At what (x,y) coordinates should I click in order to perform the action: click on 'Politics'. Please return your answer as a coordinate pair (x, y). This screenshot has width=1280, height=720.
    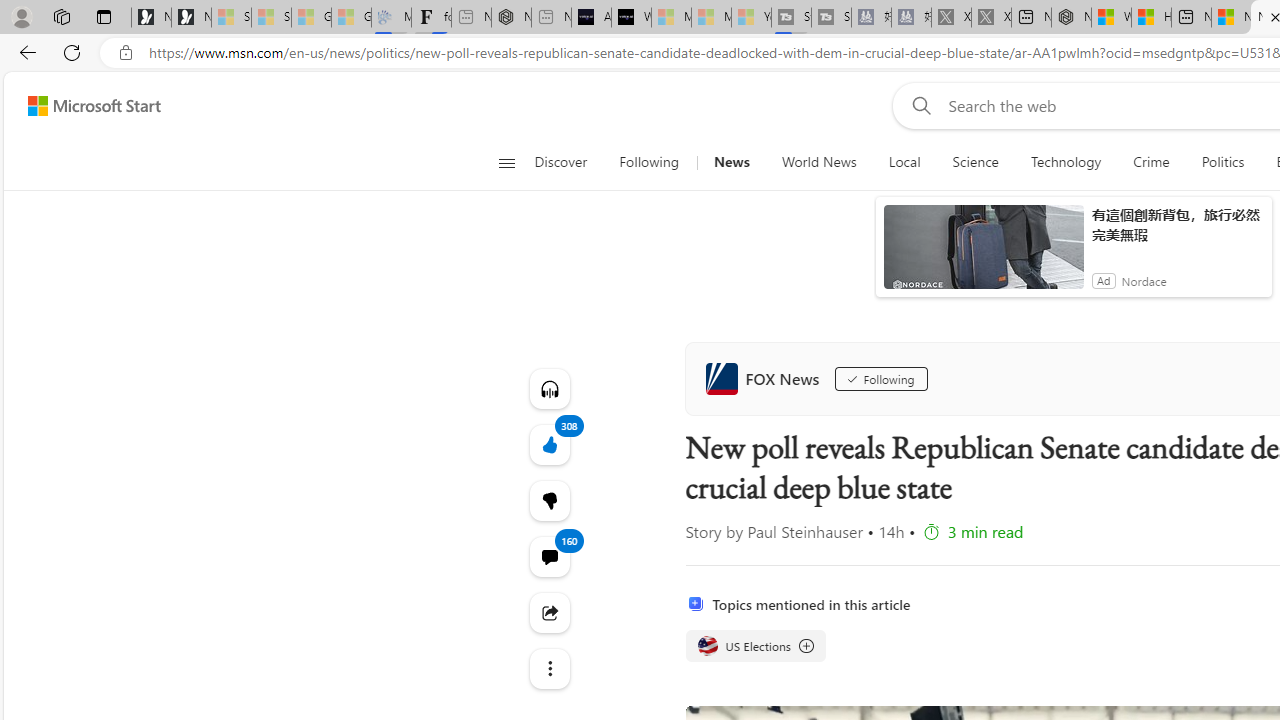
    Looking at the image, I should click on (1222, 162).